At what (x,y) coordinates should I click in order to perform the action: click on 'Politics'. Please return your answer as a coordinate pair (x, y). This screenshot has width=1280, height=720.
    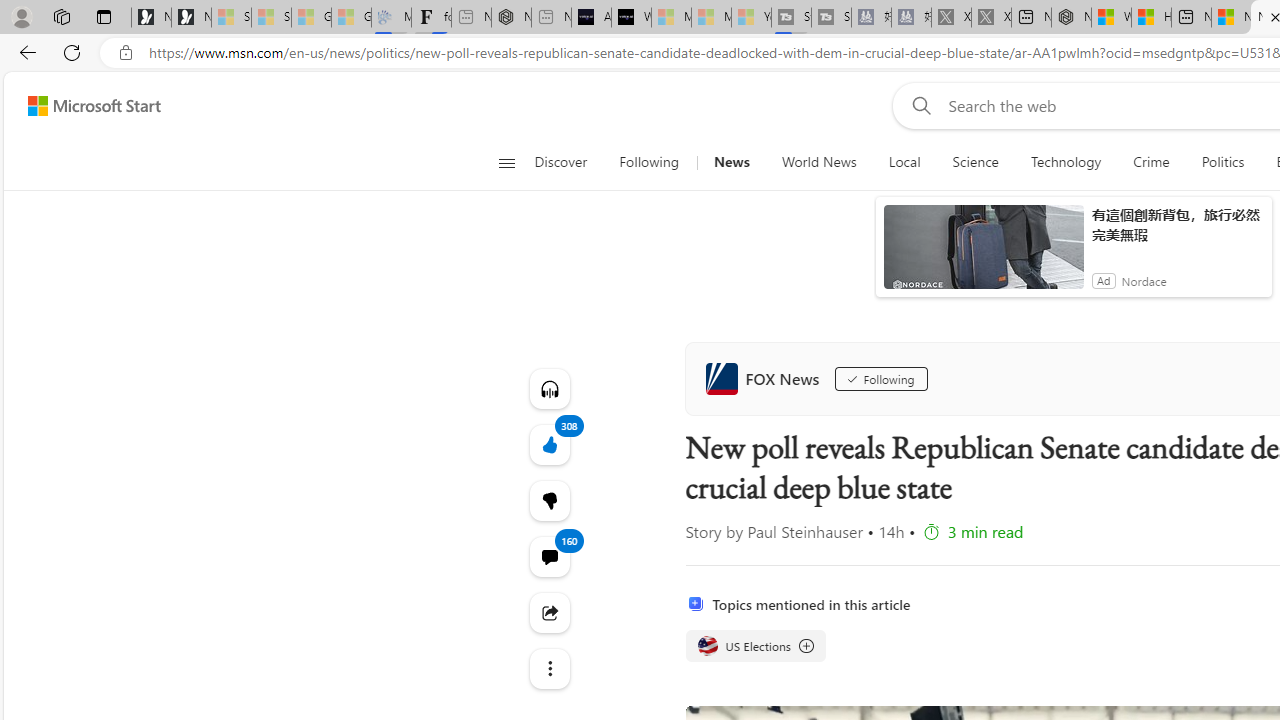
    Looking at the image, I should click on (1222, 162).